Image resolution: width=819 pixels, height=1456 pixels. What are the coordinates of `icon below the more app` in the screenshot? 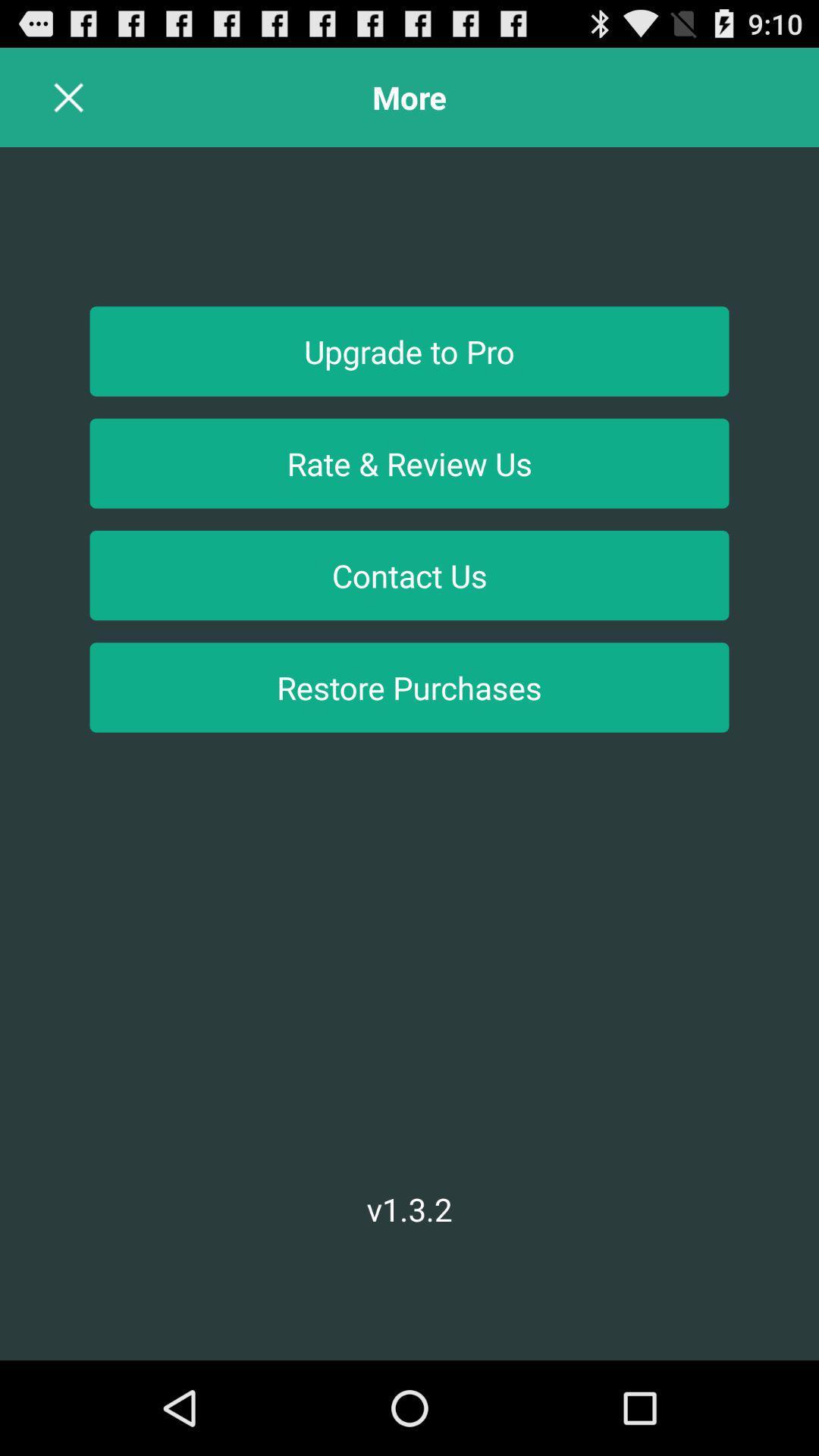 It's located at (409, 350).